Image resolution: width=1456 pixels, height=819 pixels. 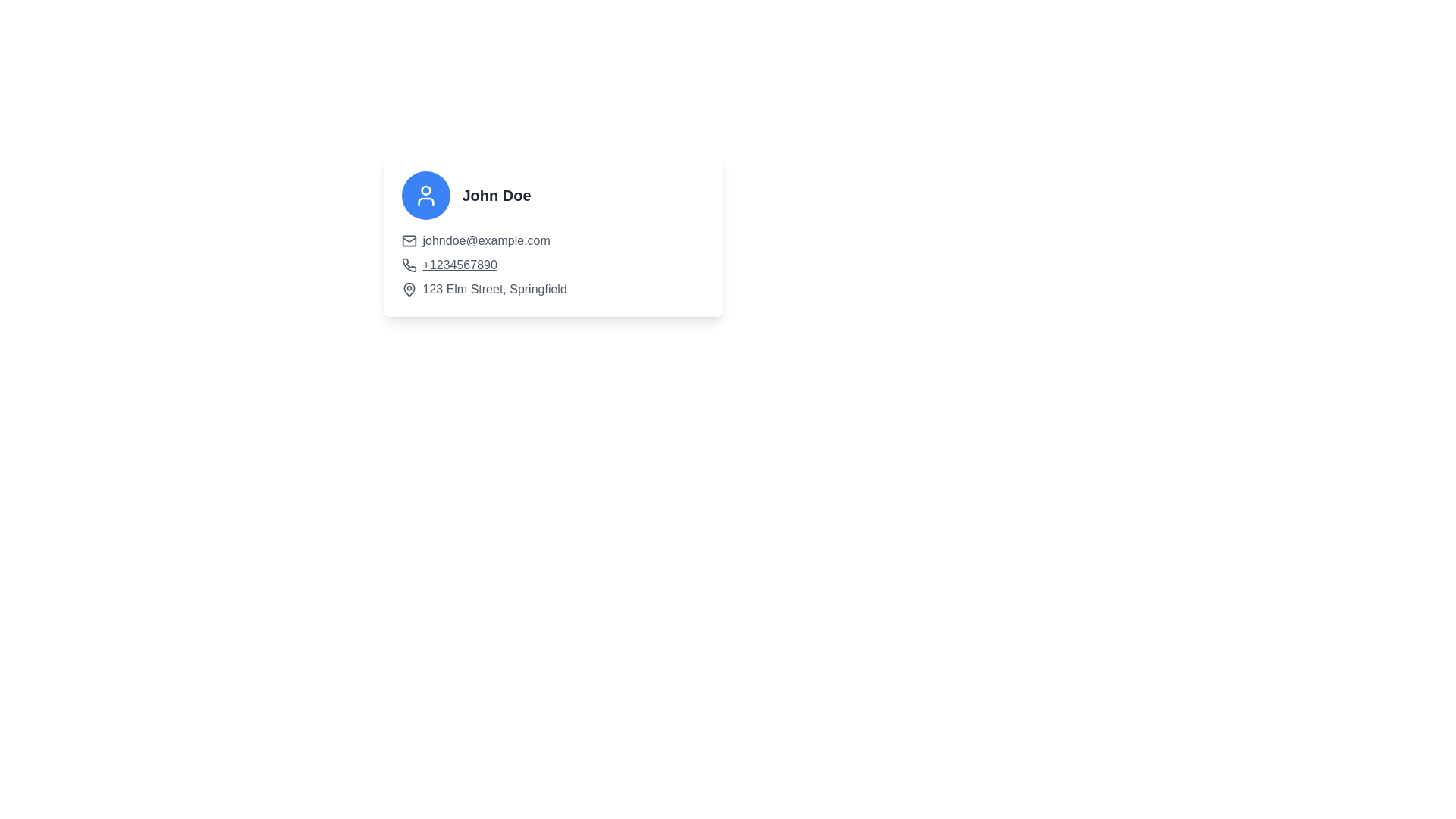 I want to click on the user icon located in the top-left corner of the white card interface, which is part of a blue circular area with a white outline, so click(x=425, y=195).